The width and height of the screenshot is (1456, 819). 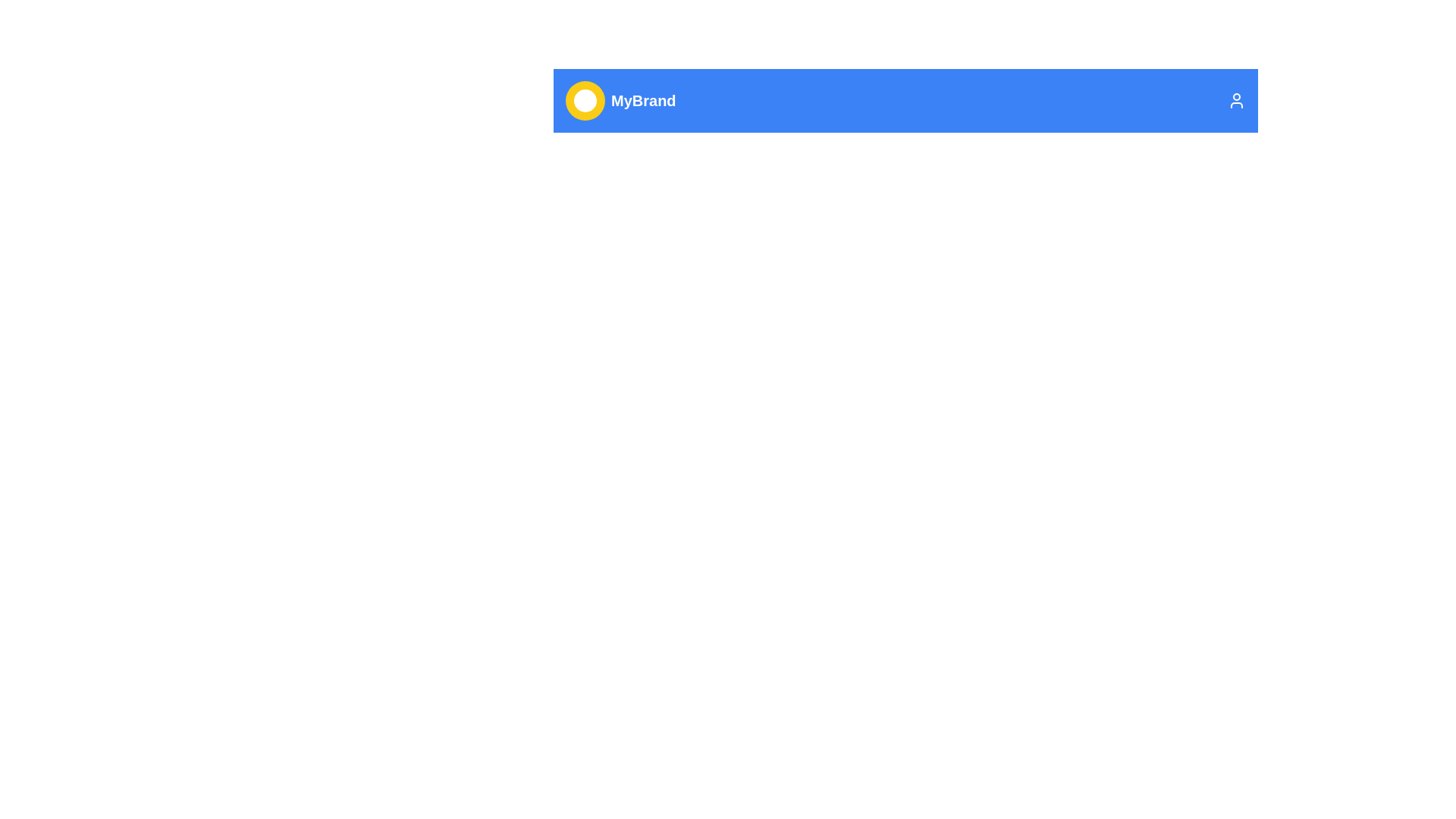 What do you see at coordinates (585, 100) in the screenshot?
I see `the circular yellow icon with a white center, located to the left of the 'MyBrand' text in the header-like blue background` at bounding box center [585, 100].